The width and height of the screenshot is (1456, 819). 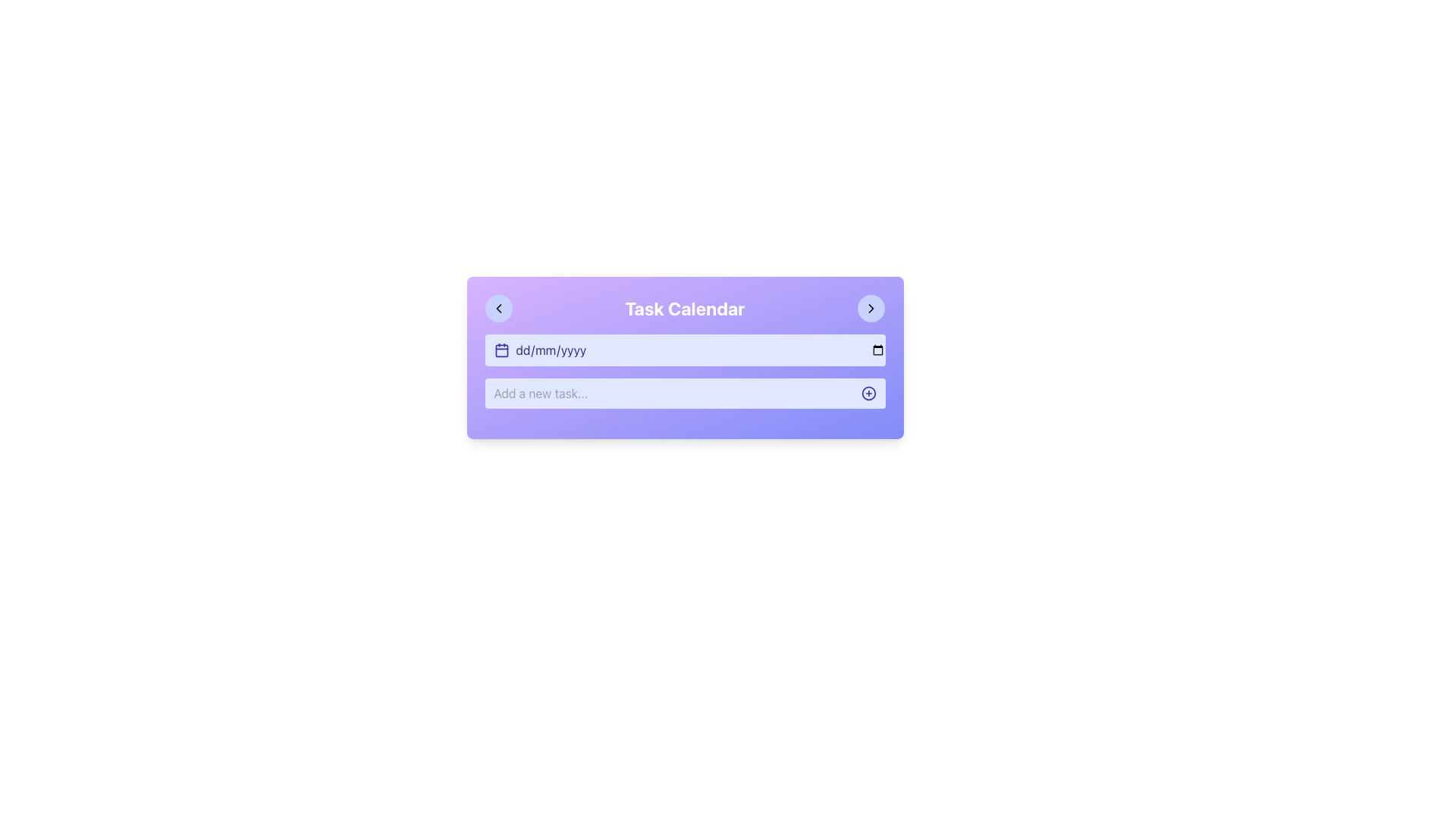 What do you see at coordinates (871, 308) in the screenshot?
I see `the Chevron Icon or Navigation Indicator, which is a triangular-shaped rightward-pointing arrow located at the far right of the 'Task Calendar' header` at bounding box center [871, 308].